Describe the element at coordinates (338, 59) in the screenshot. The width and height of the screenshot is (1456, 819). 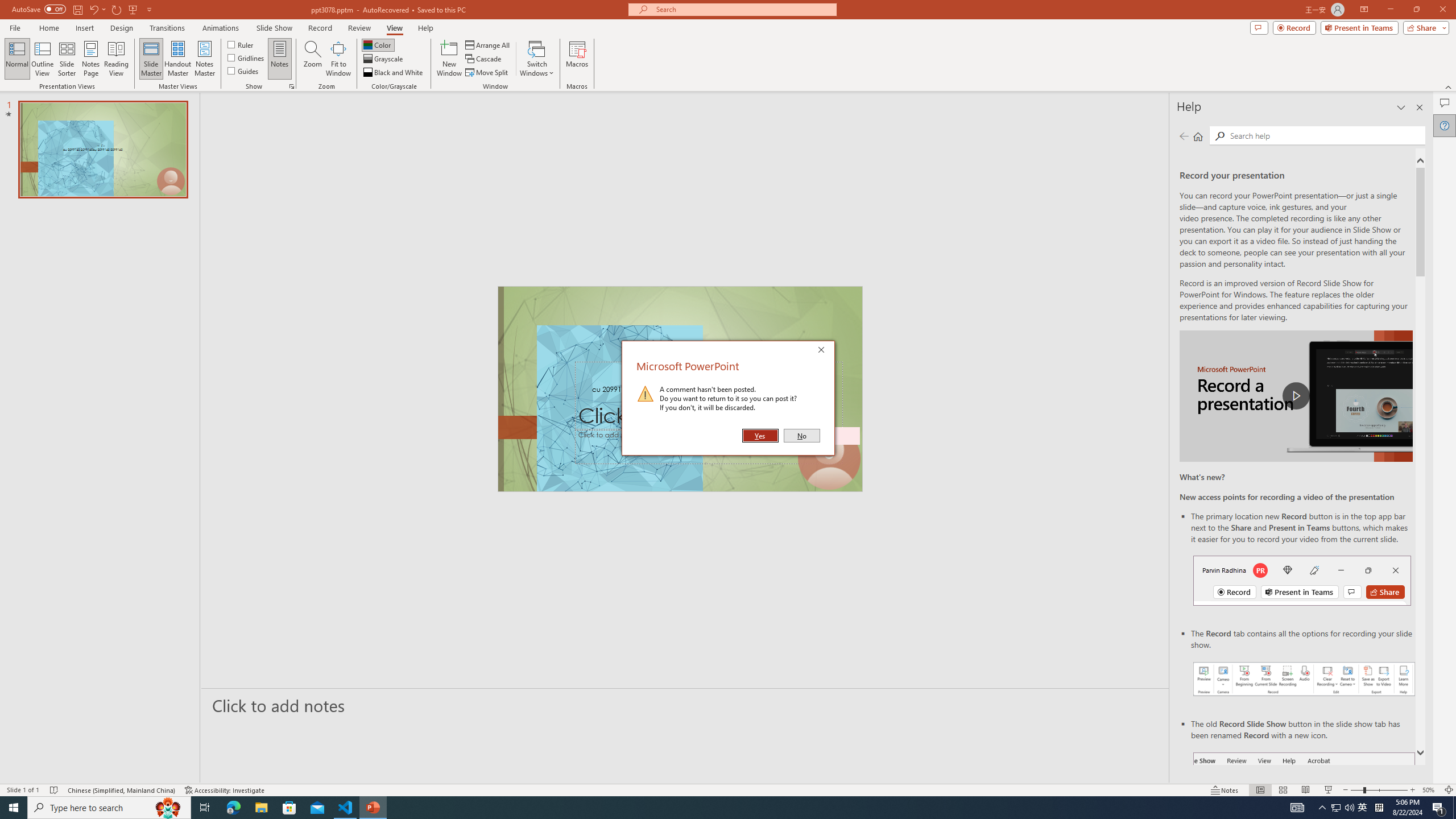
I see `'Fit to Window'` at that location.